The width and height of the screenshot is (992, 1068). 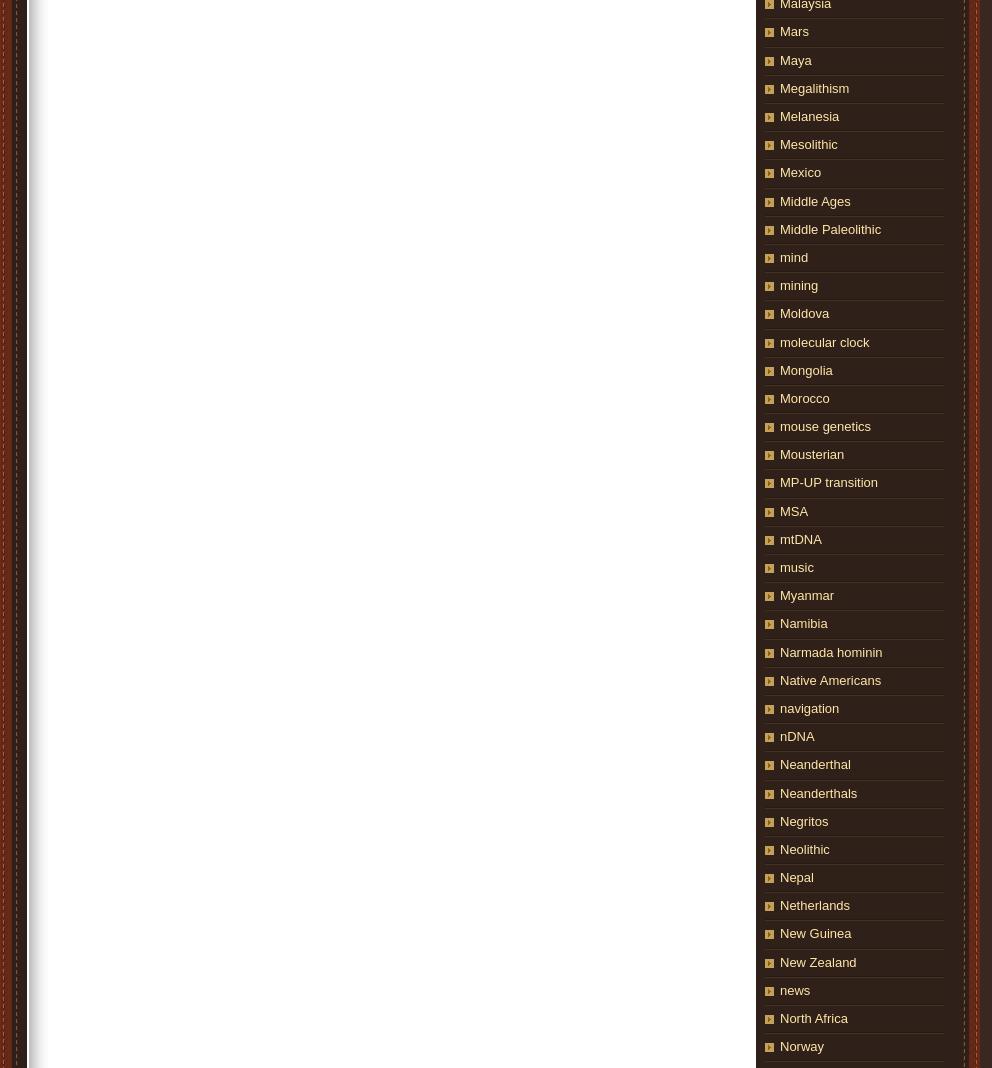 I want to click on 'mtDNA', so click(x=779, y=537).